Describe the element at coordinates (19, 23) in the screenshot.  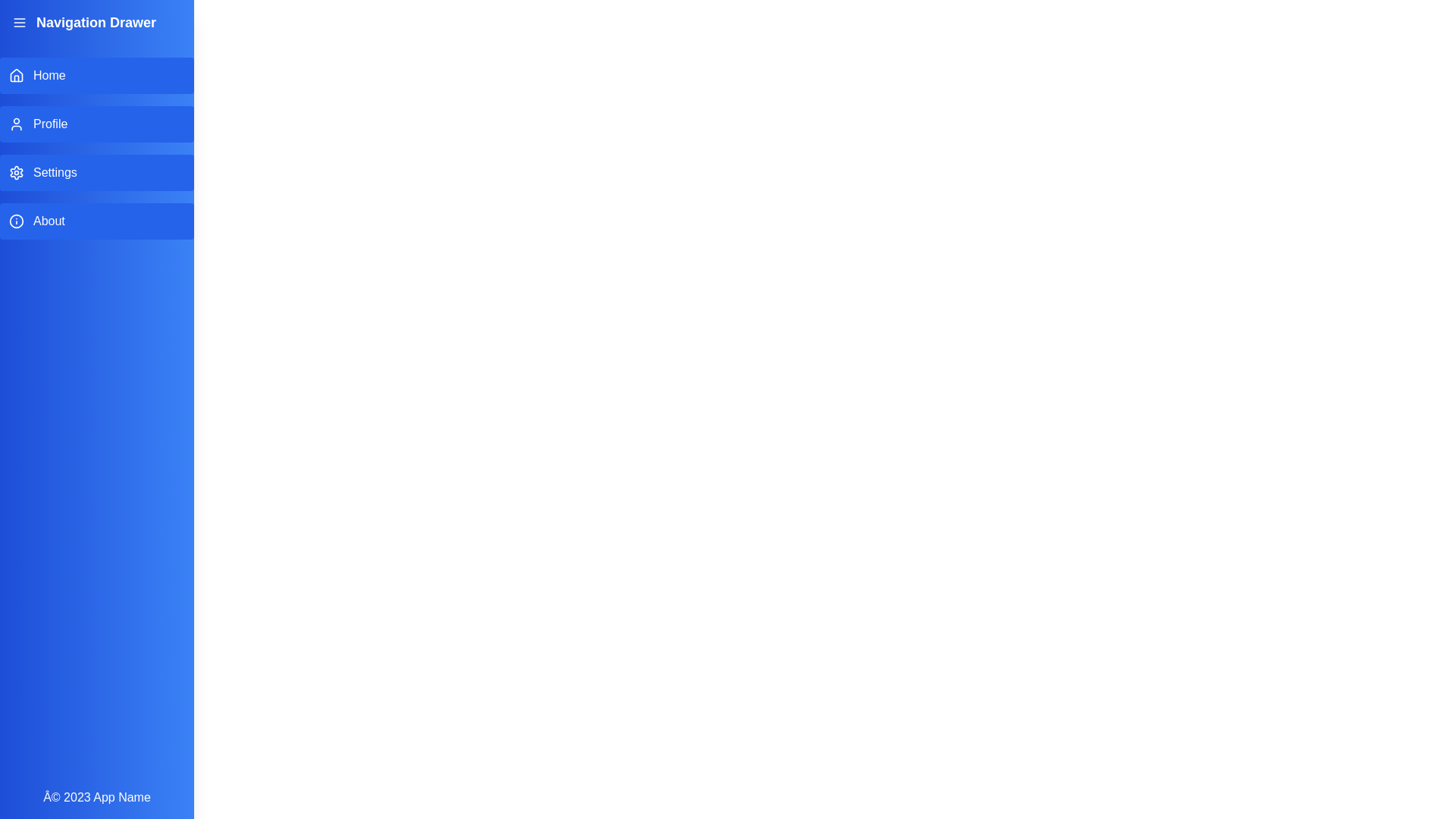
I see `the hamburger menu icon located in the top-left corner of the blue navigation sidebar` at that location.